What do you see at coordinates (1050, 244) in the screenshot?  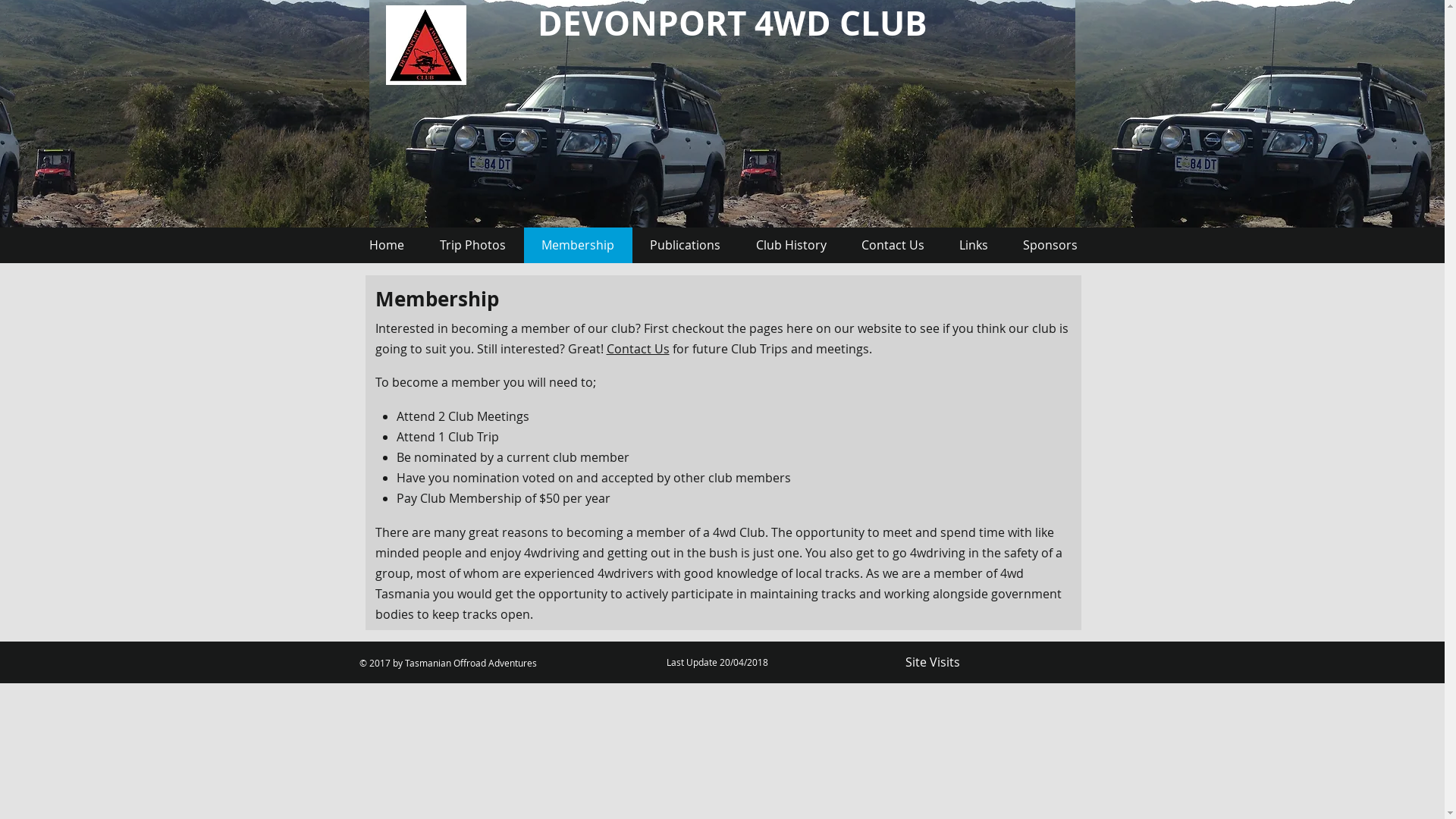 I see `'Sponsors'` at bounding box center [1050, 244].